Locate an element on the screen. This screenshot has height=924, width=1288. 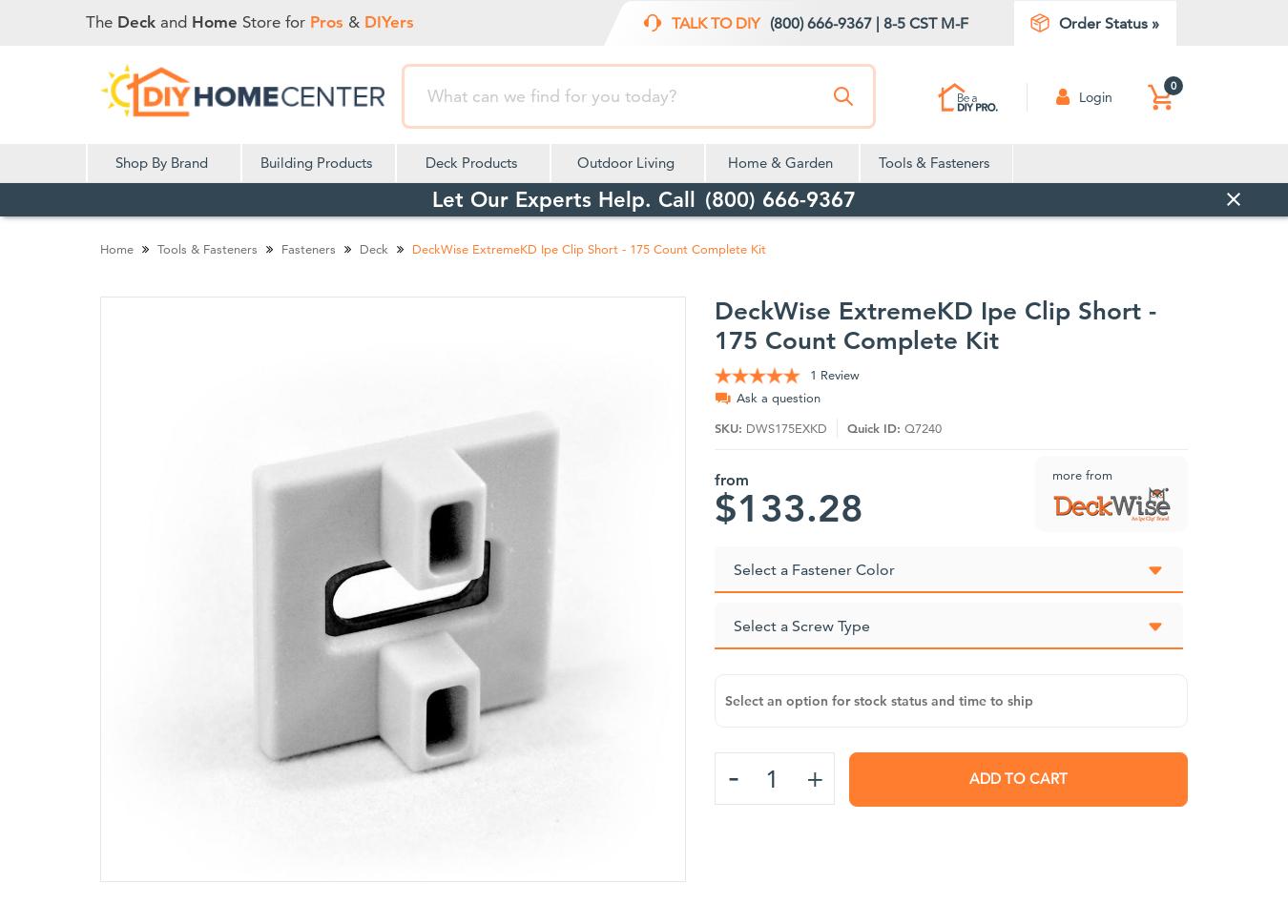
'Select an option for stock status and time to ship' is located at coordinates (877, 700).